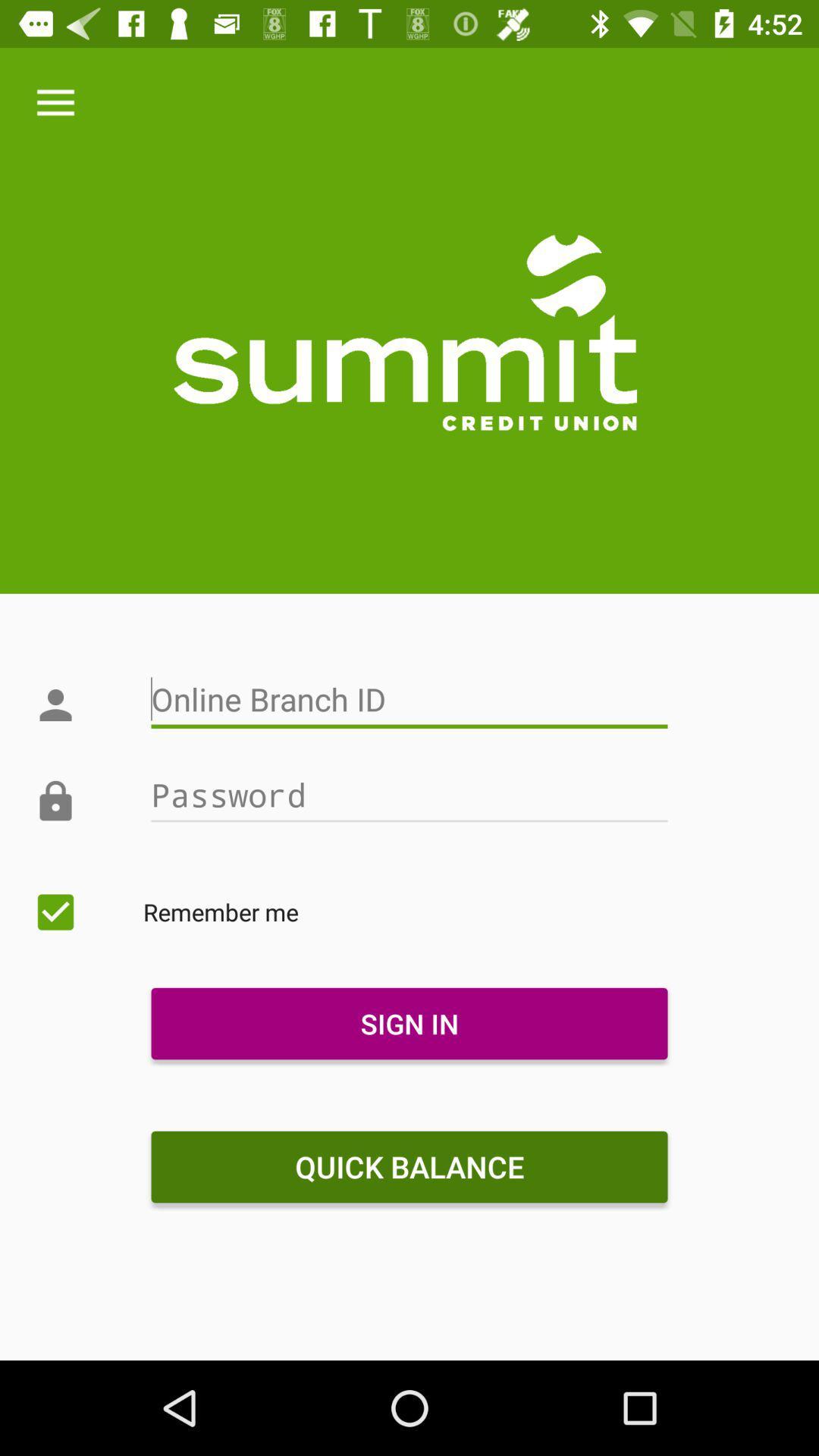 The height and width of the screenshot is (1456, 819). I want to click on quick balance item, so click(409, 1166).